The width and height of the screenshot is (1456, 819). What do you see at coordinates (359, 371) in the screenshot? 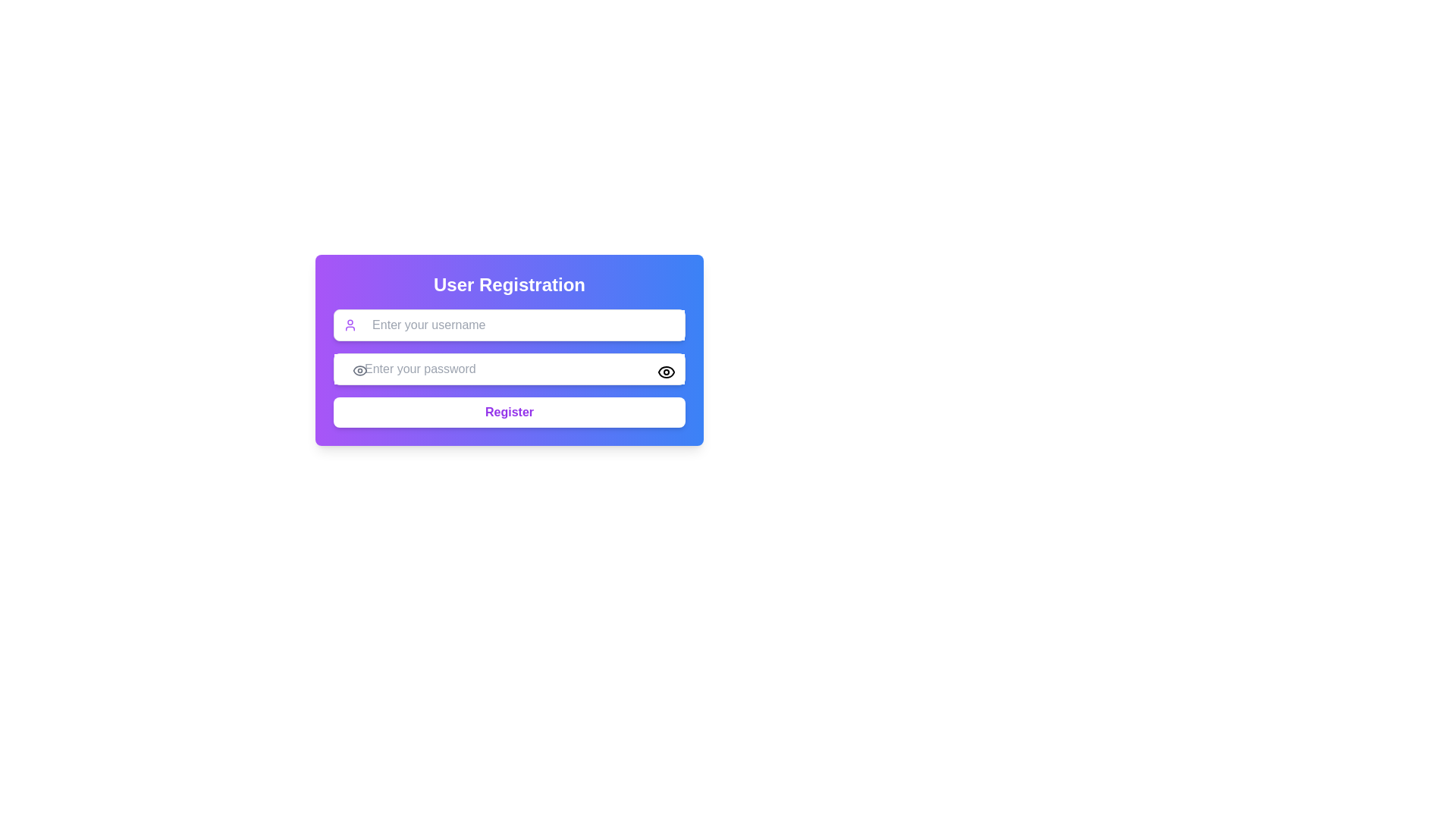
I see `the eye icon located inside the password input box of the 'User Registration' form` at bounding box center [359, 371].